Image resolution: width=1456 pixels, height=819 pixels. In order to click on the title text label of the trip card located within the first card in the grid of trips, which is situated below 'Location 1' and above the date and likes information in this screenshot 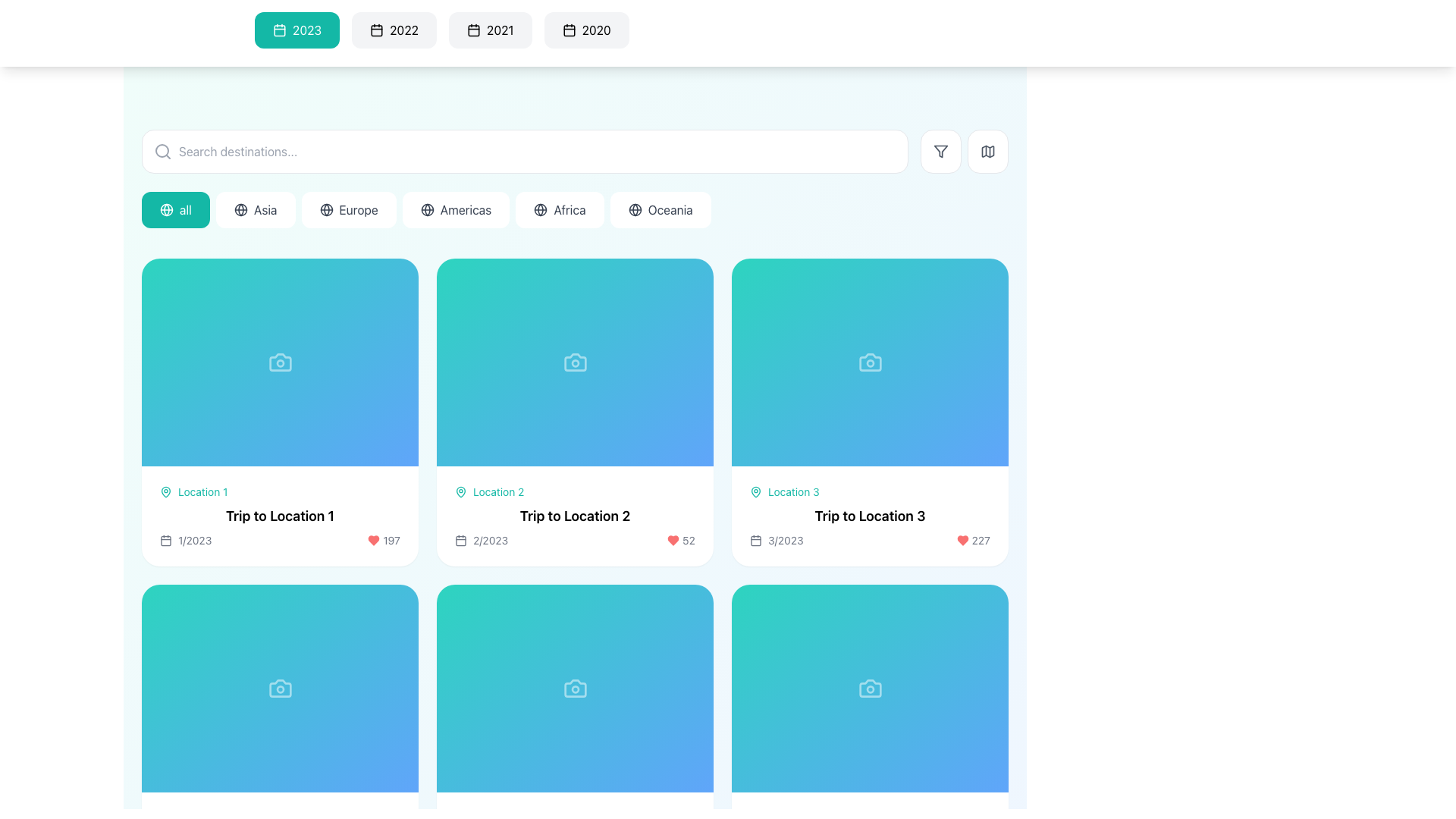, I will do `click(280, 515)`.